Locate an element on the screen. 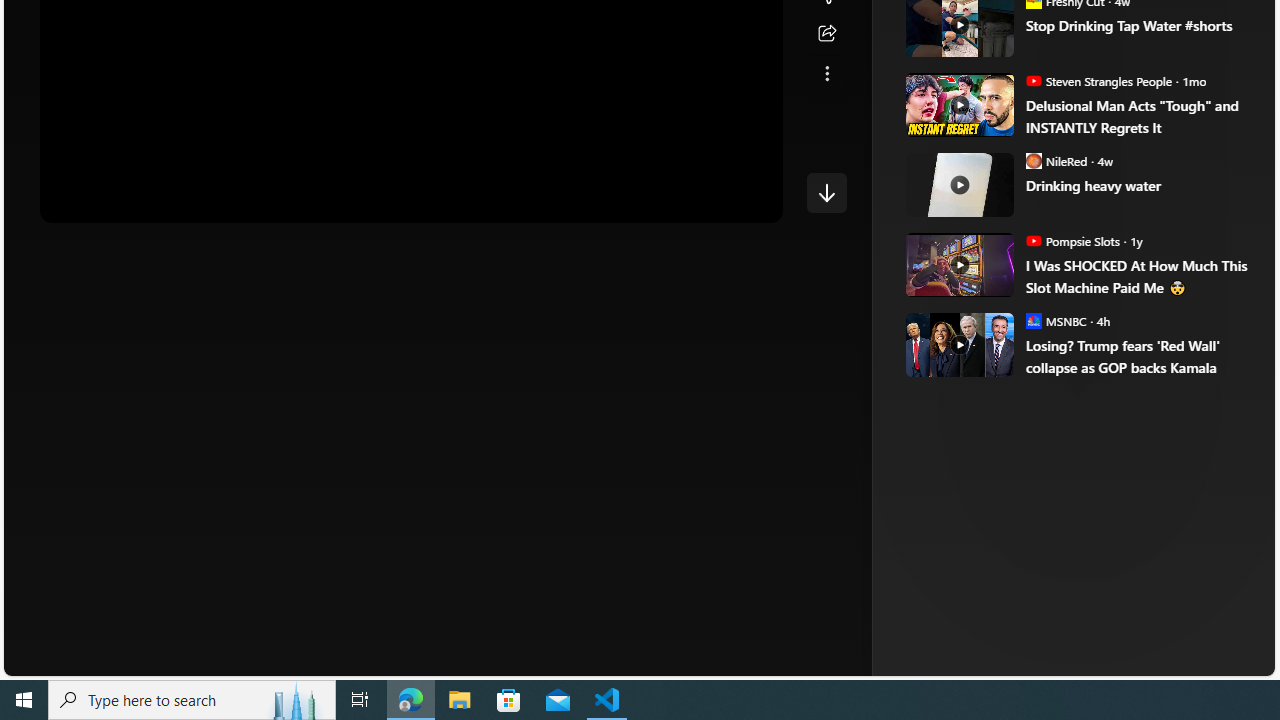  'MSNBC MSNBC' is located at coordinates (1055, 319).